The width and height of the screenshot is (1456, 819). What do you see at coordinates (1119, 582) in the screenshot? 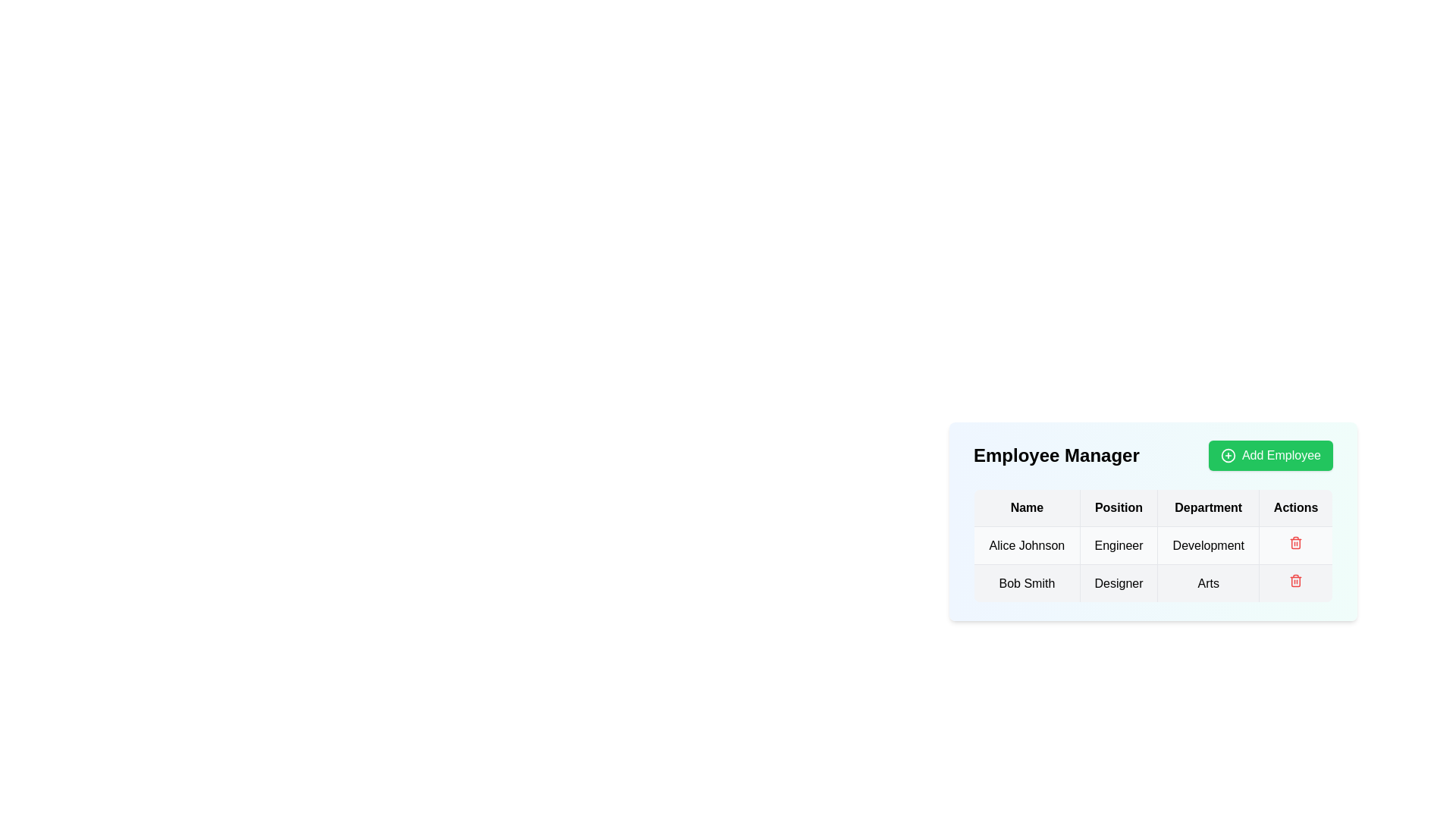
I see `the text label representing the job position of the individual listed in the second row and second column of the table, which is directly under 'Engineer' and to the right of 'Bob Smith'` at bounding box center [1119, 582].